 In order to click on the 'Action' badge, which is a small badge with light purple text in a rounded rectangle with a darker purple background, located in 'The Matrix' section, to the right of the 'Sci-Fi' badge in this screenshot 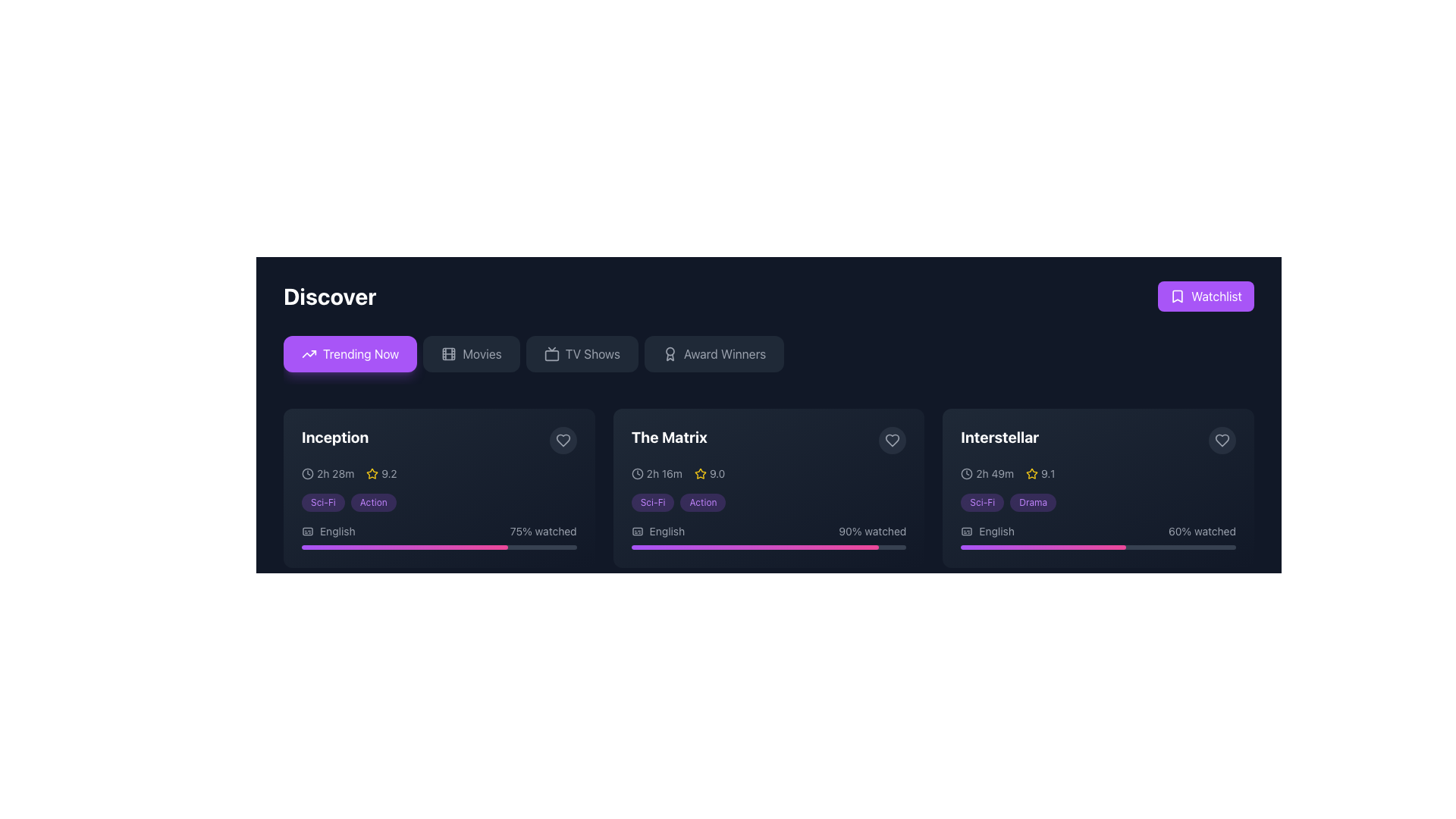, I will do `click(702, 503)`.